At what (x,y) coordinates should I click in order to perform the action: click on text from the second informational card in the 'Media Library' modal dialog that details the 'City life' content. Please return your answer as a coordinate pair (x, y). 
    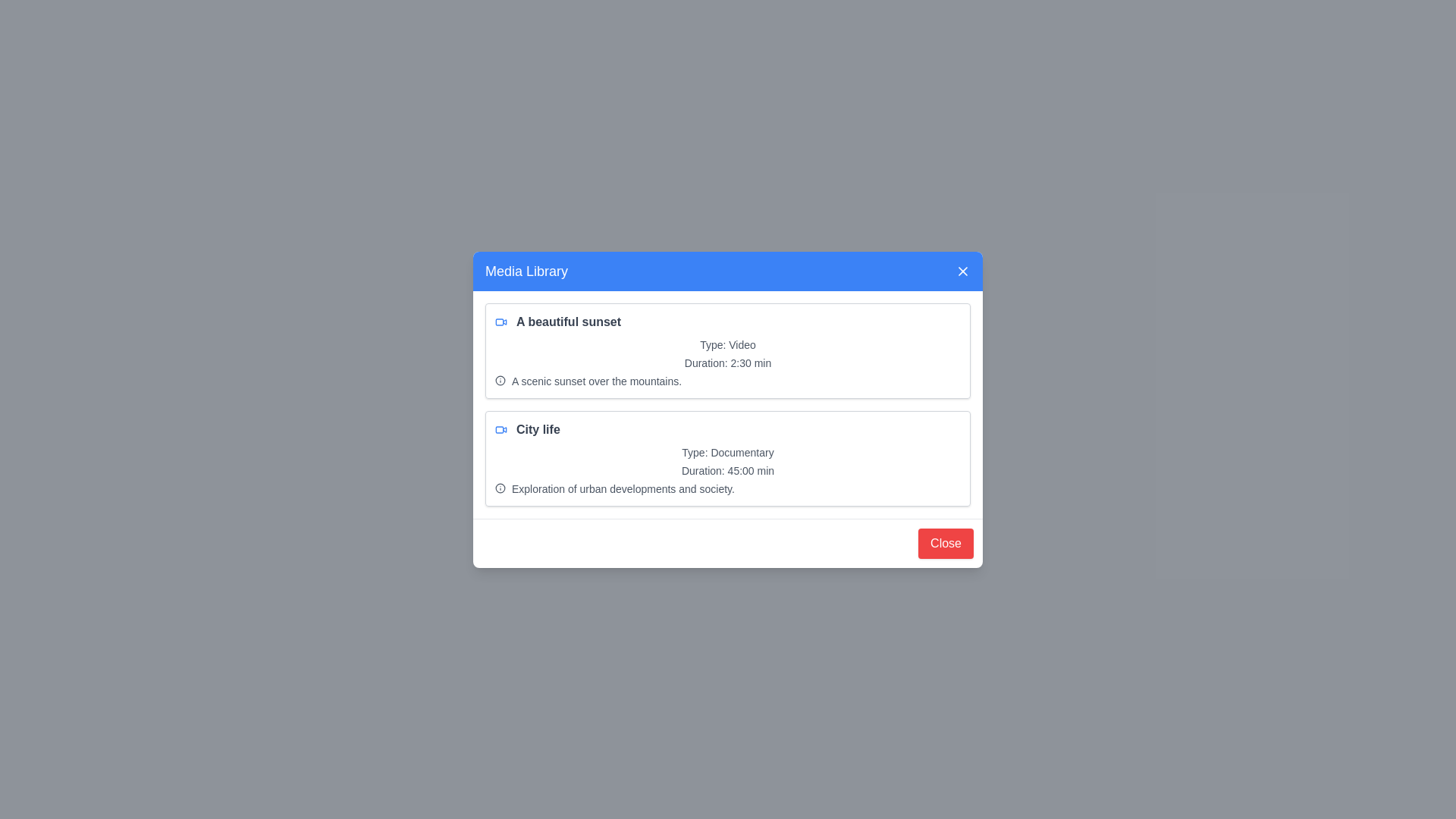
    Looking at the image, I should click on (728, 457).